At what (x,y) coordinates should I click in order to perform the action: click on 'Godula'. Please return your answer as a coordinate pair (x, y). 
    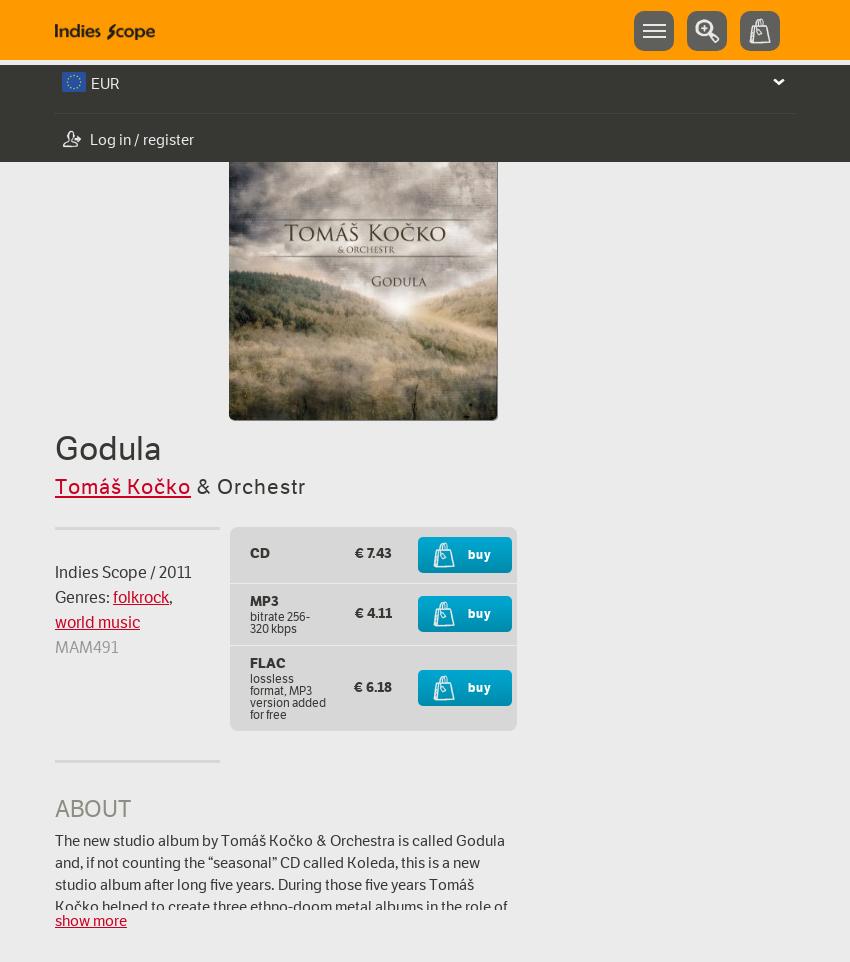
    Looking at the image, I should click on (107, 448).